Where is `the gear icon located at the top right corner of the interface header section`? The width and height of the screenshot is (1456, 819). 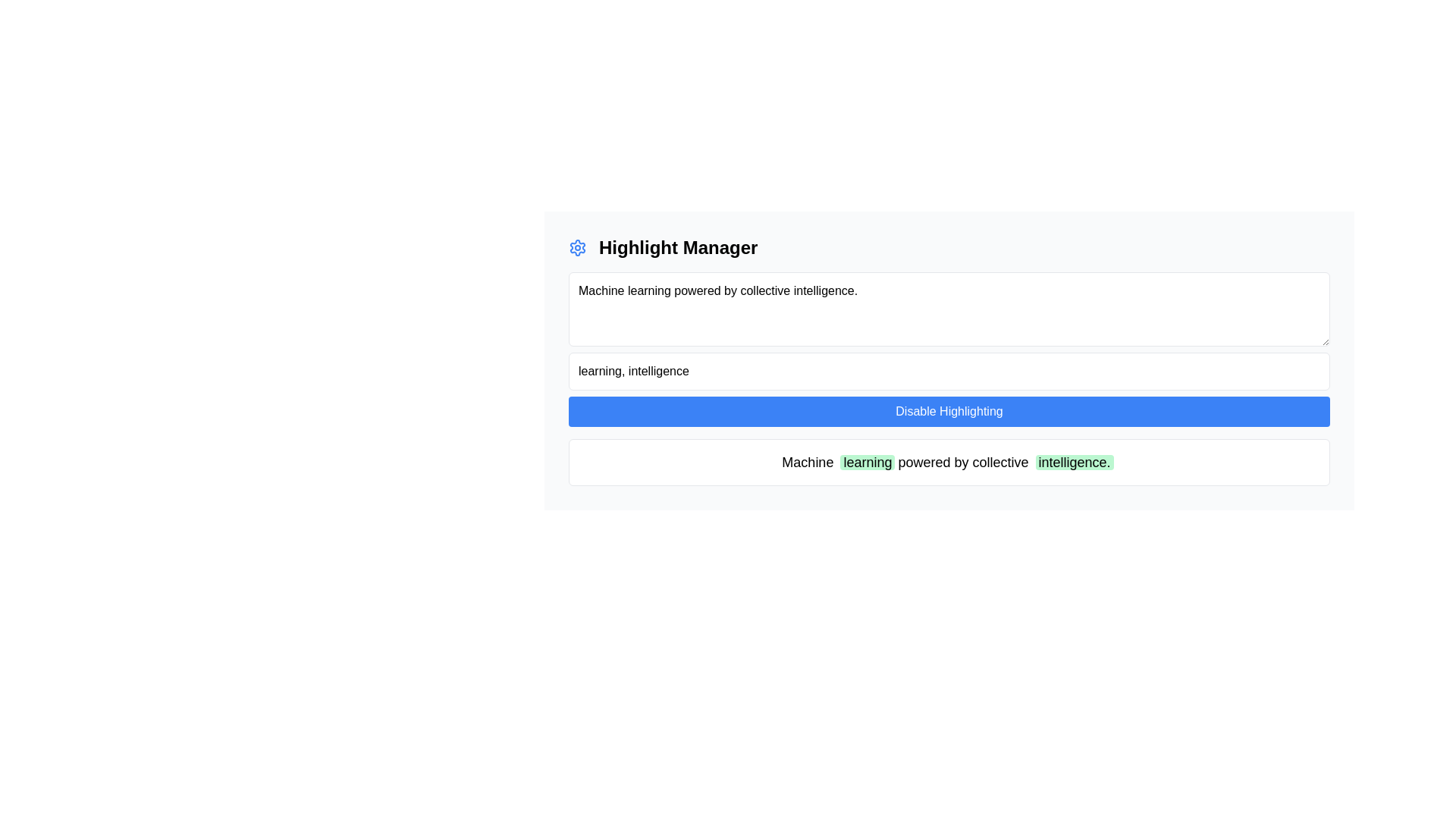 the gear icon located at the top right corner of the interface header section is located at coordinates (577, 247).